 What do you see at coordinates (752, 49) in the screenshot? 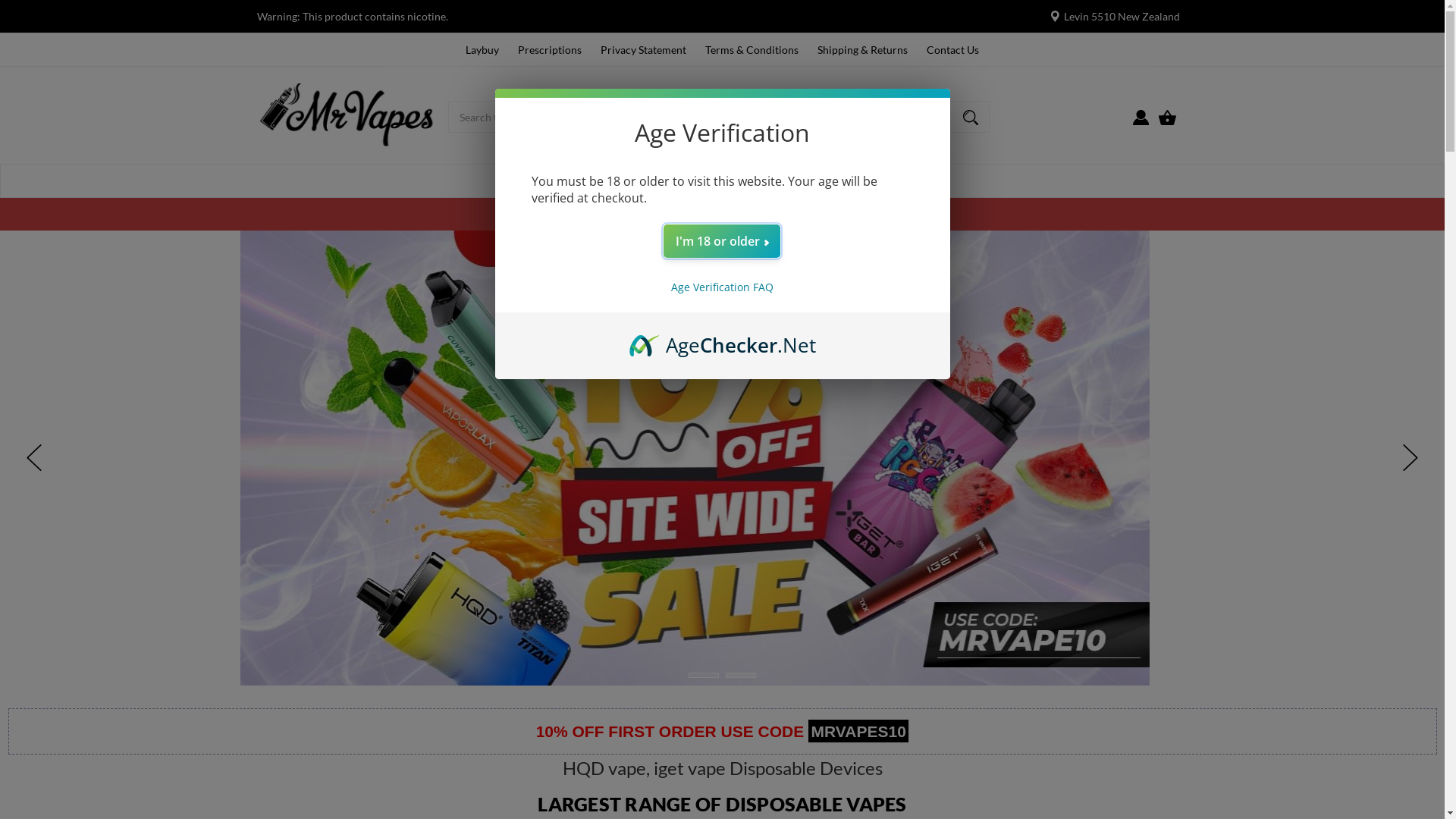
I see `'Terms & Conditions'` at bounding box center [752, 49].